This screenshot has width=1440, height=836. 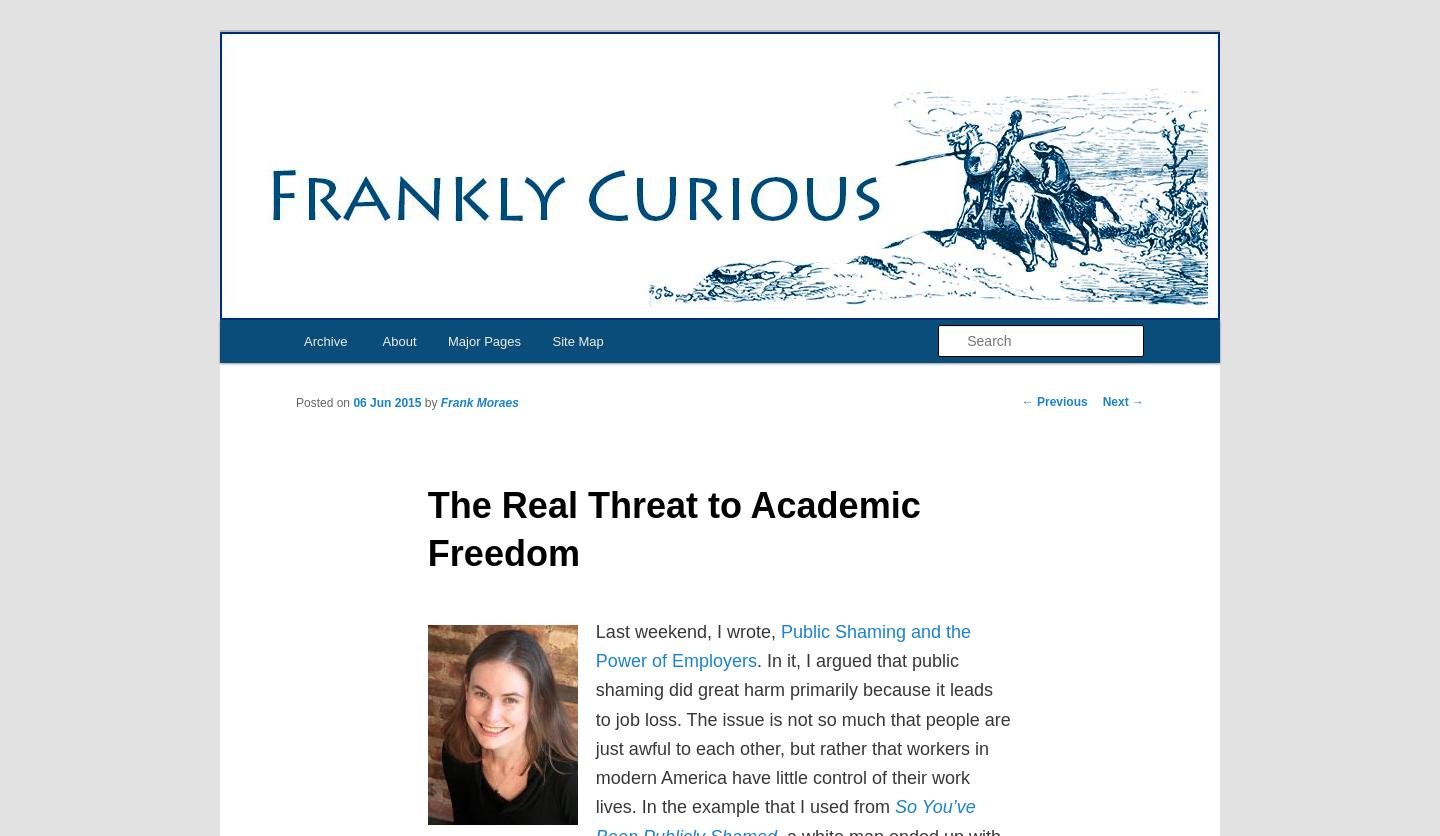 What do you see at coordinates (802, 733) in the screenshot?
I see `'. In it, I argued that public shaming did great harm primarily because it leads to job loss. The issue is not so much that people are just awful to each other, but rather that workers in modern America have little control of their work lives. In the example that I used from'` at bounding box center [802, 733].